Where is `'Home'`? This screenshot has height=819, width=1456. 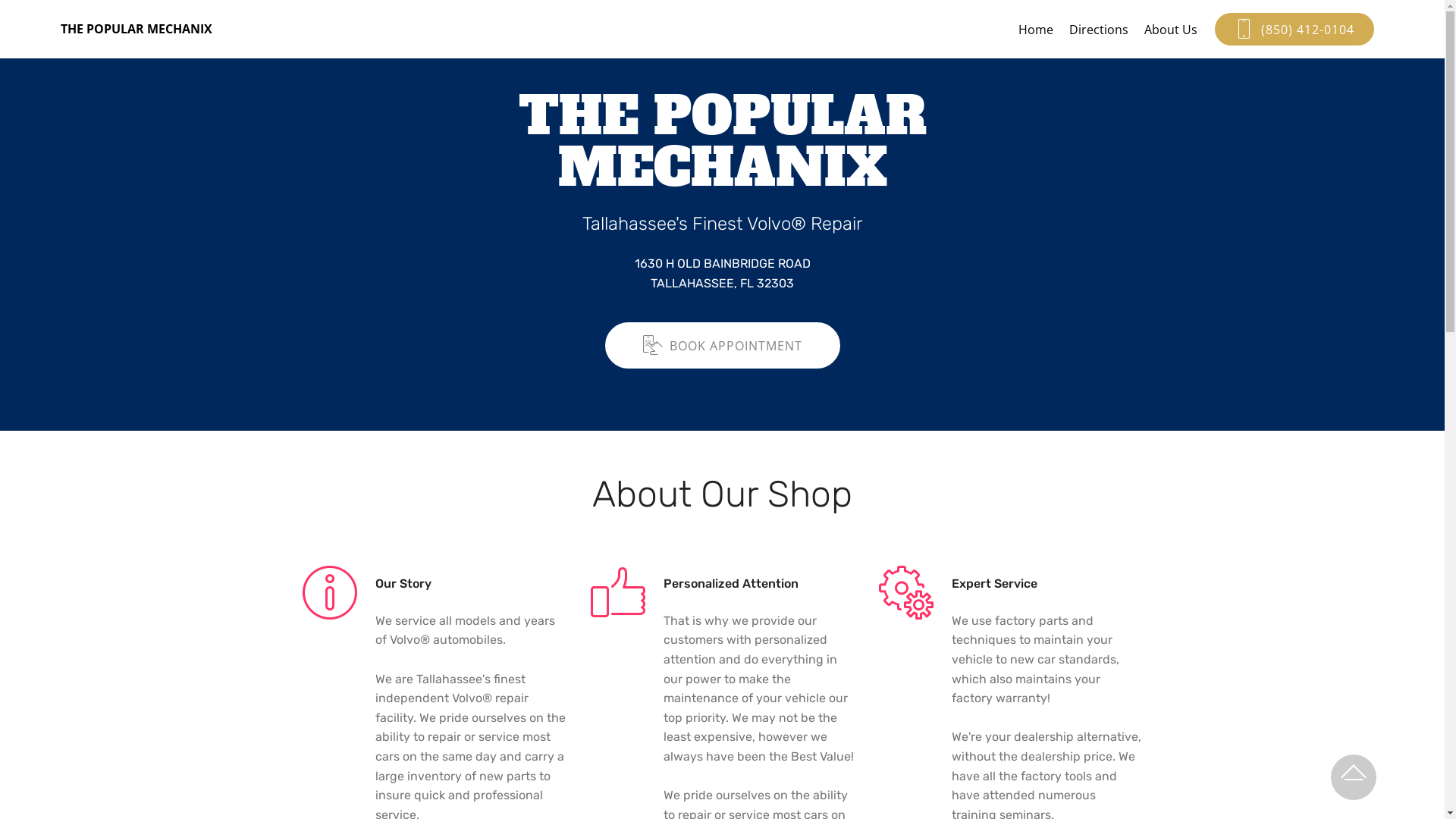
'Home' is located at coordinates (1035, 29).